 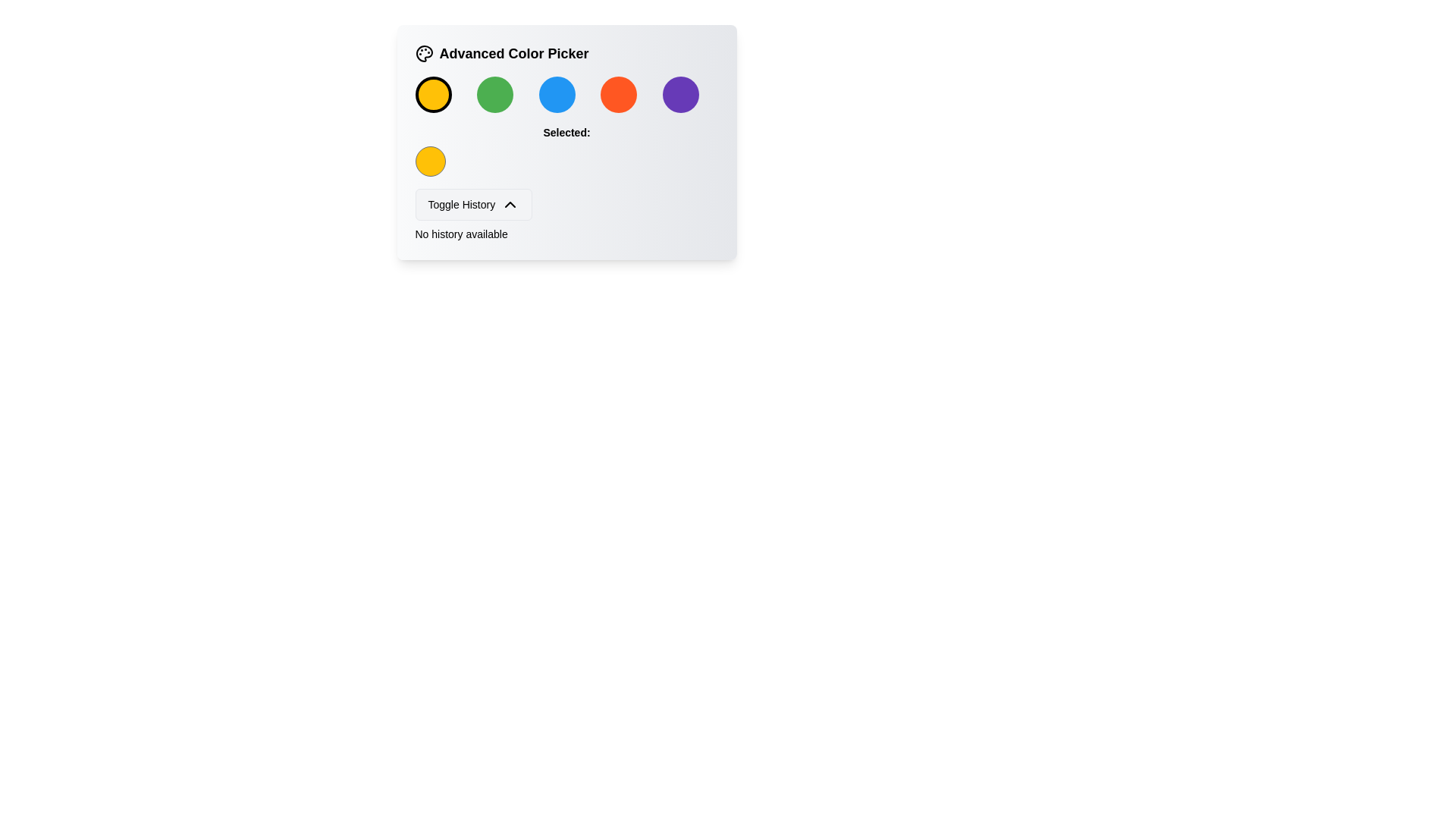 What do you see at coordinates (566, 94) in the screenshot?
I see `the third circular color selection button with a blue background` at bounding box center [566, 94].